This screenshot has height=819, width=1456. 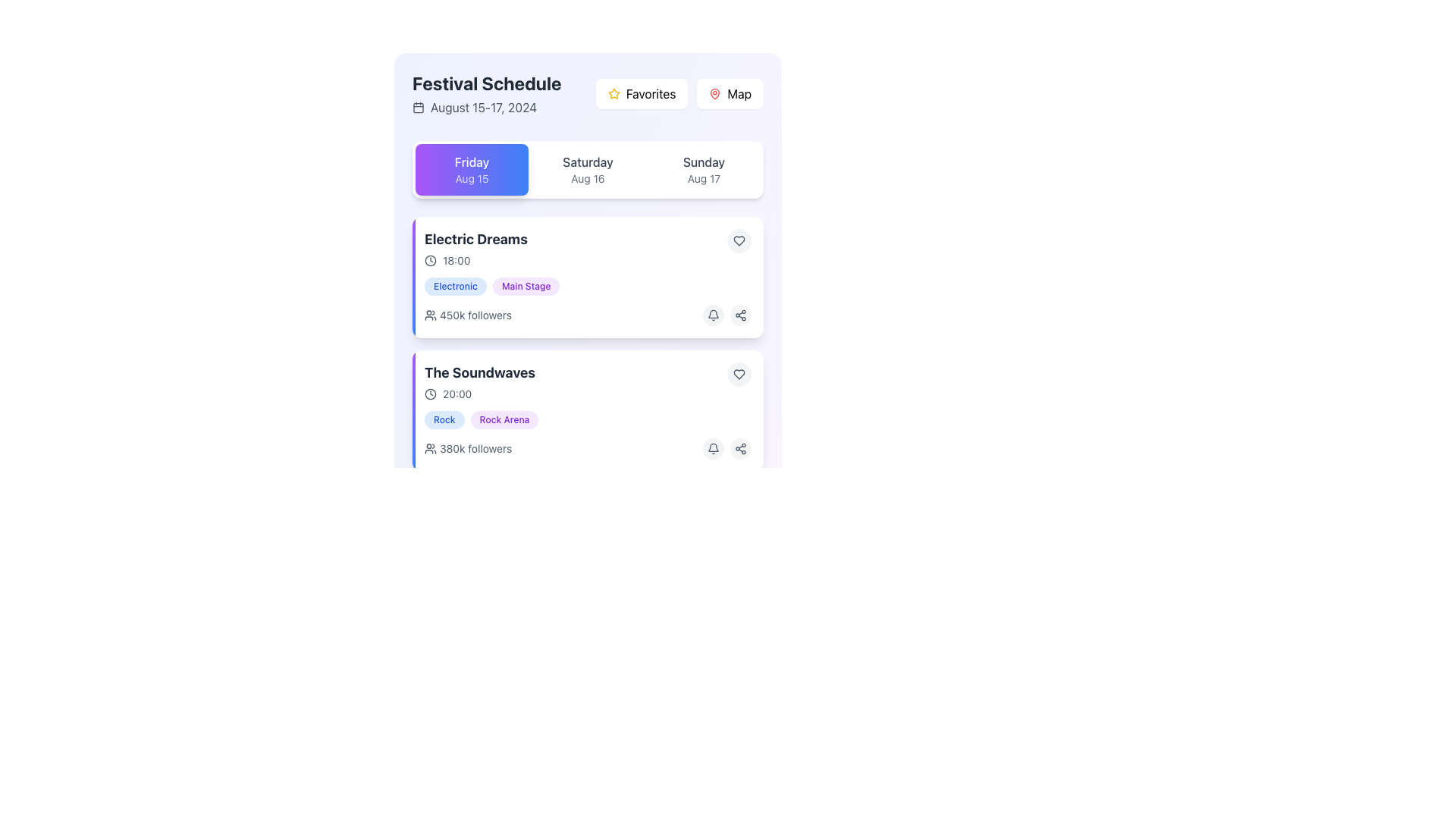 I want to click on the text element displaying 'Aug 17' inside the 'Sunday' button, so click(x=703, y=177).